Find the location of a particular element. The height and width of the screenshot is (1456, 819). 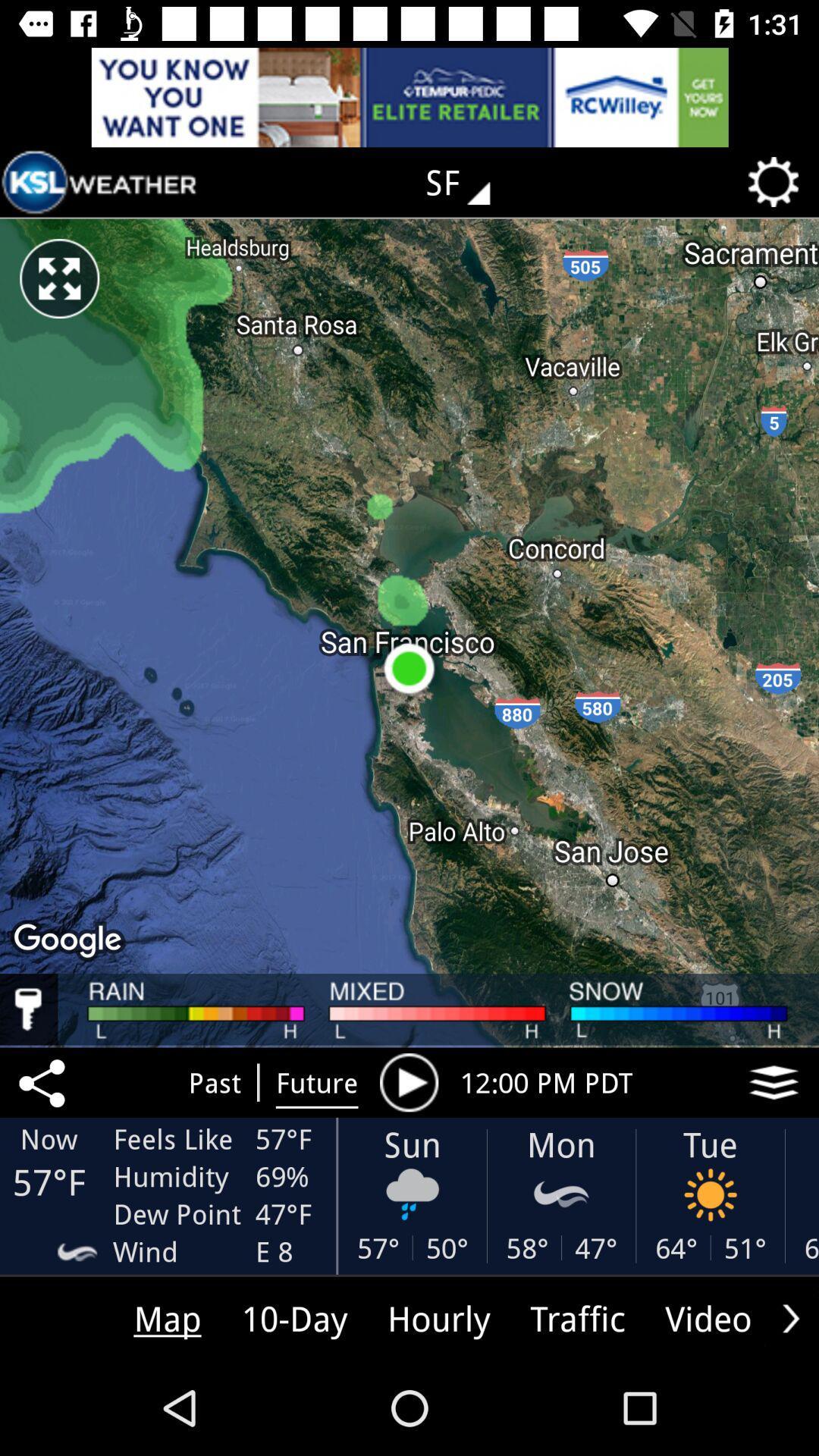

the share icon is located at coordinates (44, 1081).